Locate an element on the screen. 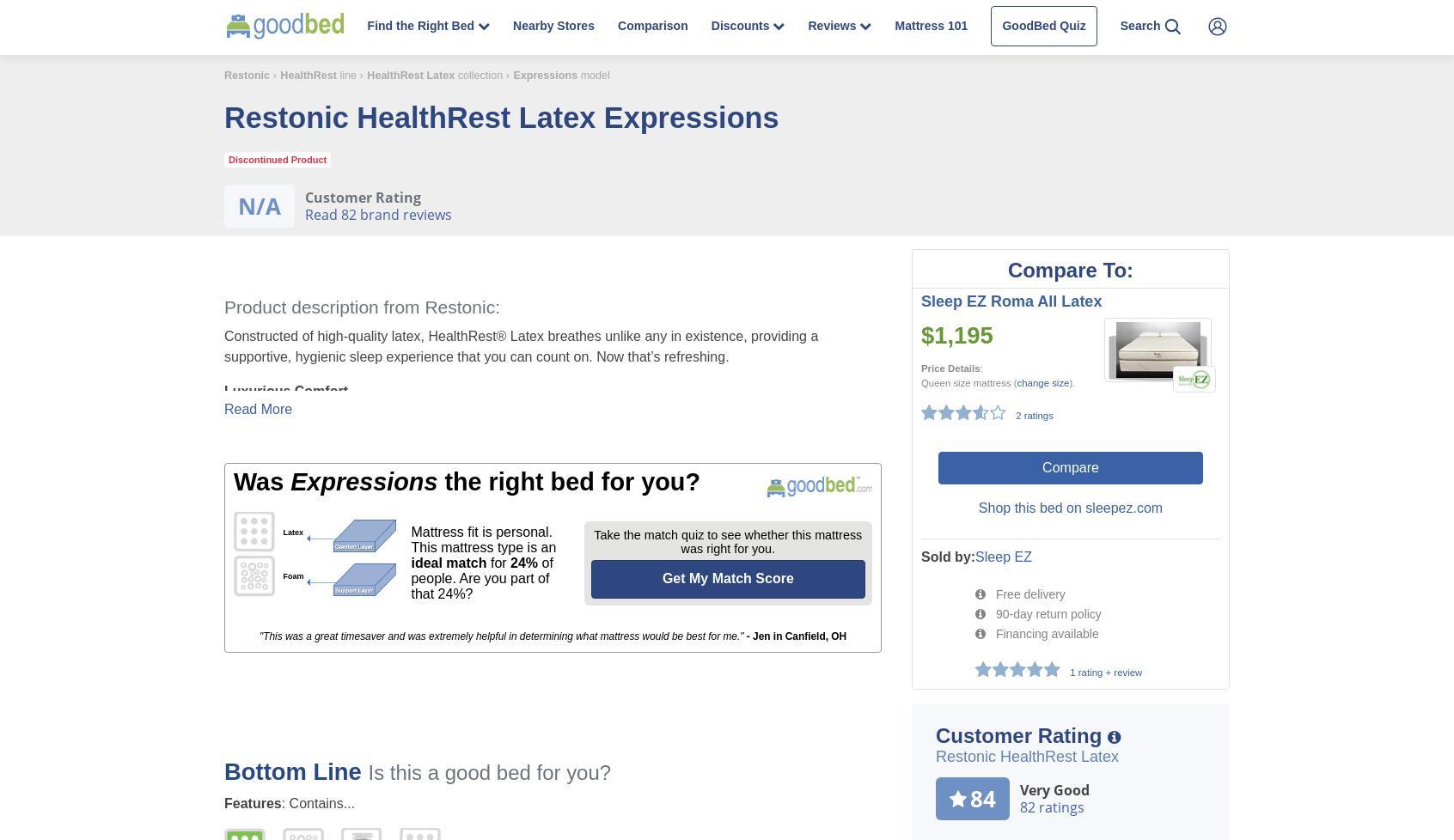 The height and width of the screenshot is (840, 1454). 'Take the match quiz to see whether this
                  mattress
                  was
                    right for you.' is located at coordinates (727, 541).